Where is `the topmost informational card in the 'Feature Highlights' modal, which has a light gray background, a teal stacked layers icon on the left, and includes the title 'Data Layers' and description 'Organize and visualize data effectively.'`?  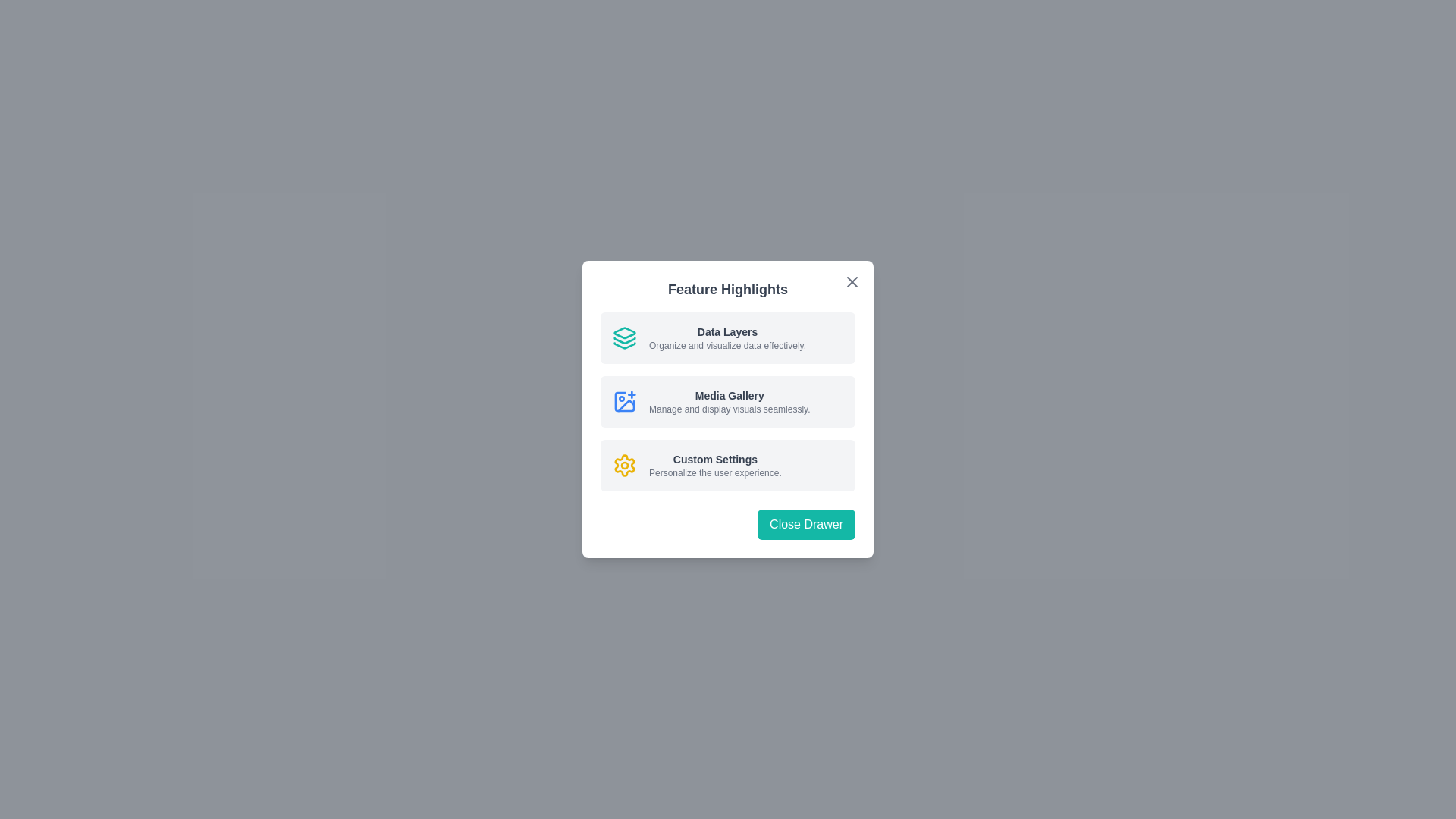 the topmost informational card in the 'Feature Highlights' modal, which has a light gray background, a teal stacked layers icon on the left, and includes the title 'Data Layers' and description 'Organize and visualize data effectively.' is located at coordinates (728, 337).